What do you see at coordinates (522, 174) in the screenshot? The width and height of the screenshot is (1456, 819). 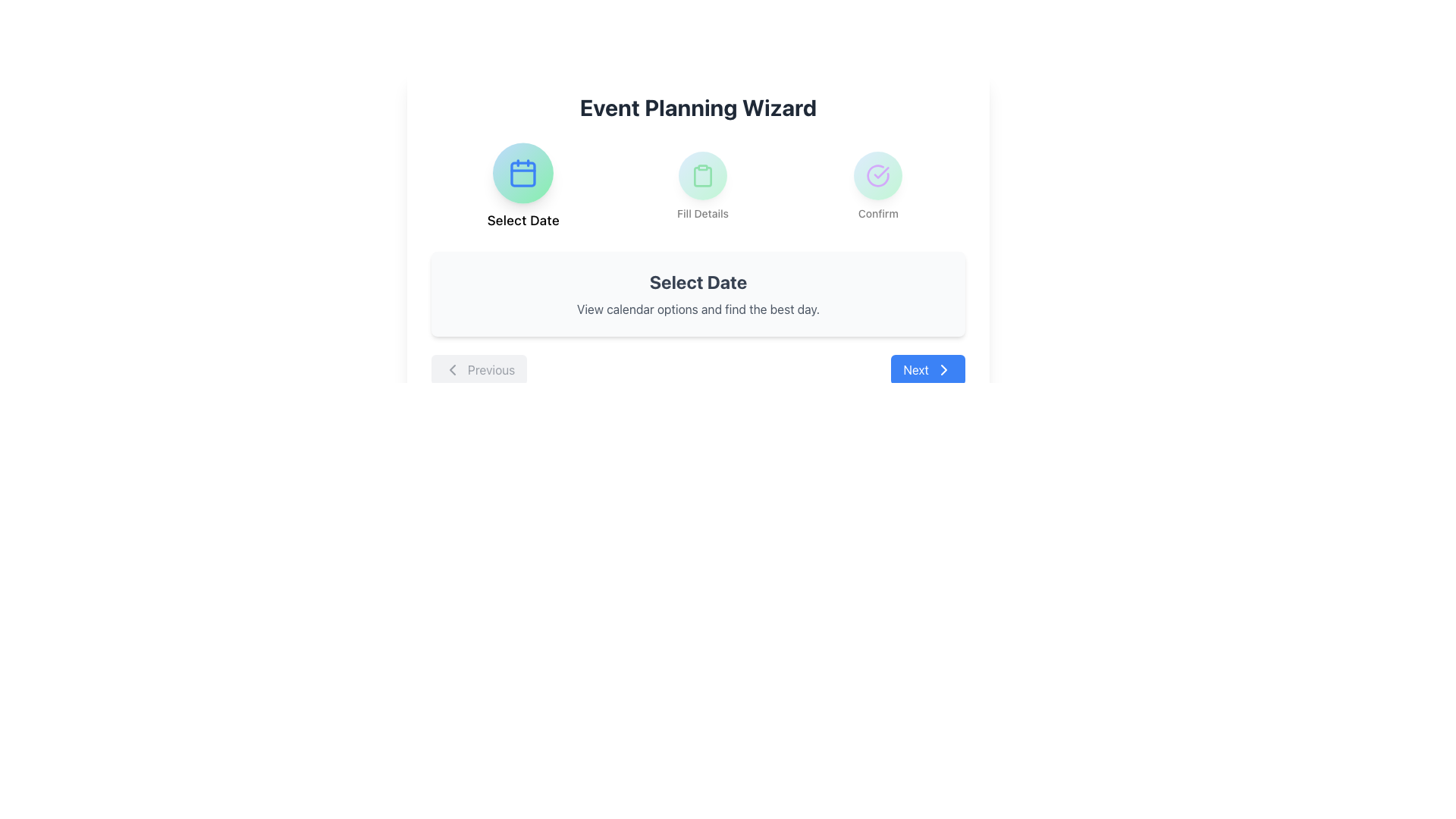 I see `the decorative graphical element that visually represents the calendar day selection in the UI, located inside the calendar icon to the left of the 'Event Planning Wizard' heading` at bounding box center [522, 174].